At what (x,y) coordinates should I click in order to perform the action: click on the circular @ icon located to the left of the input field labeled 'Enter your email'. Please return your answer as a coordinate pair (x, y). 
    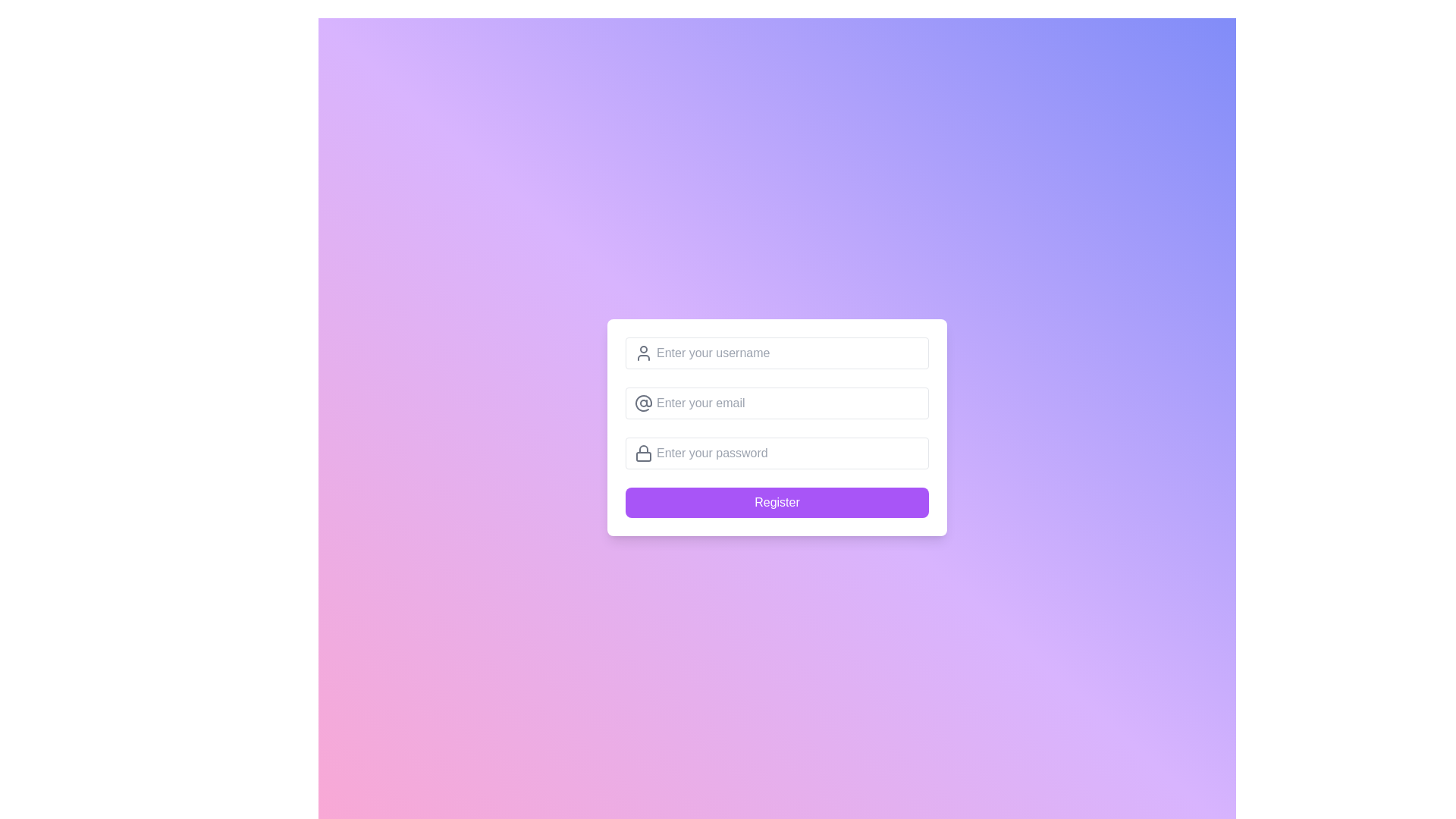
    Looking at the image, I should click on (644, 403).